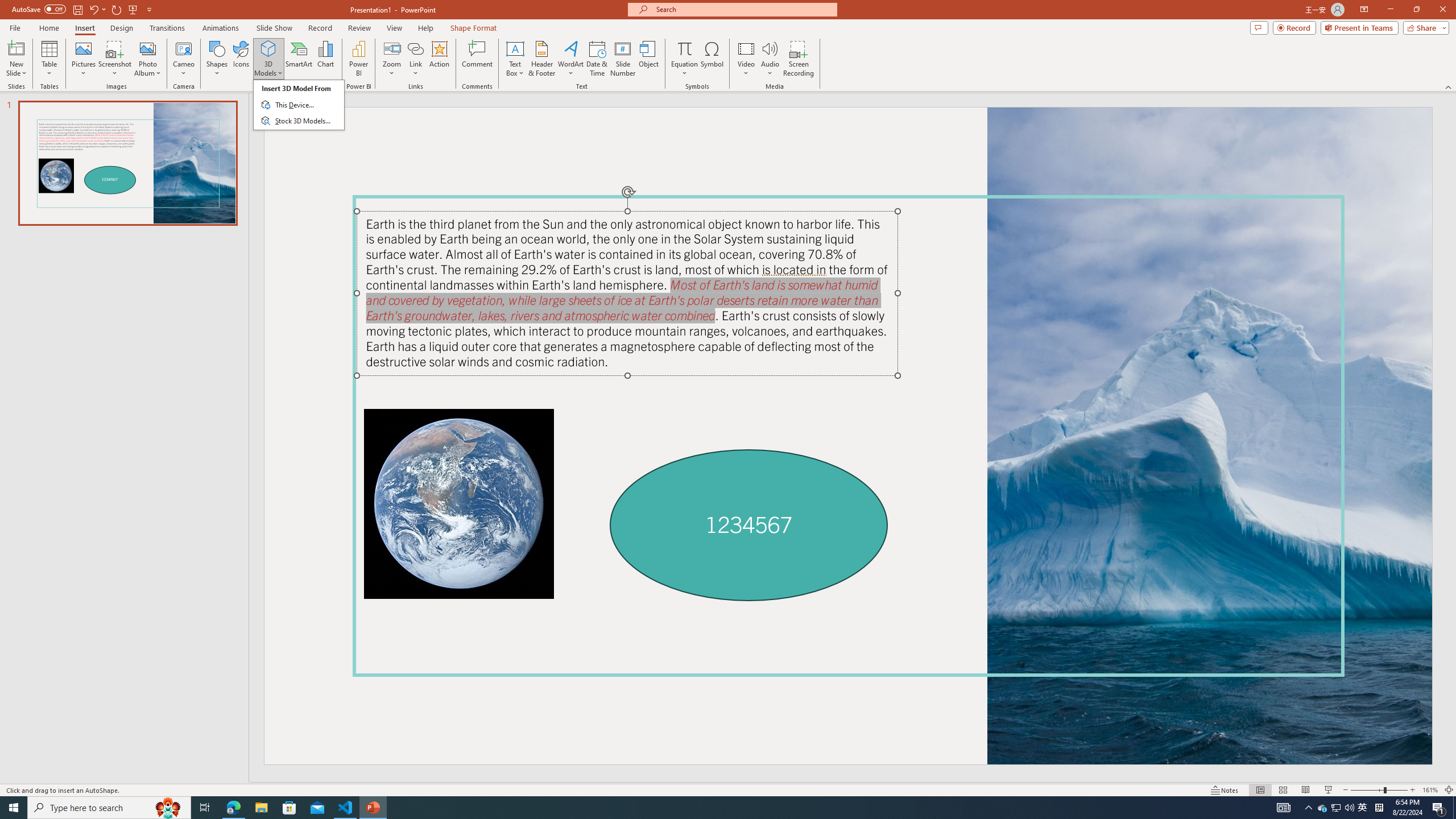  Describe the element at coordinates (746, 59) in the screenshot. I see `'Video'` at that location.